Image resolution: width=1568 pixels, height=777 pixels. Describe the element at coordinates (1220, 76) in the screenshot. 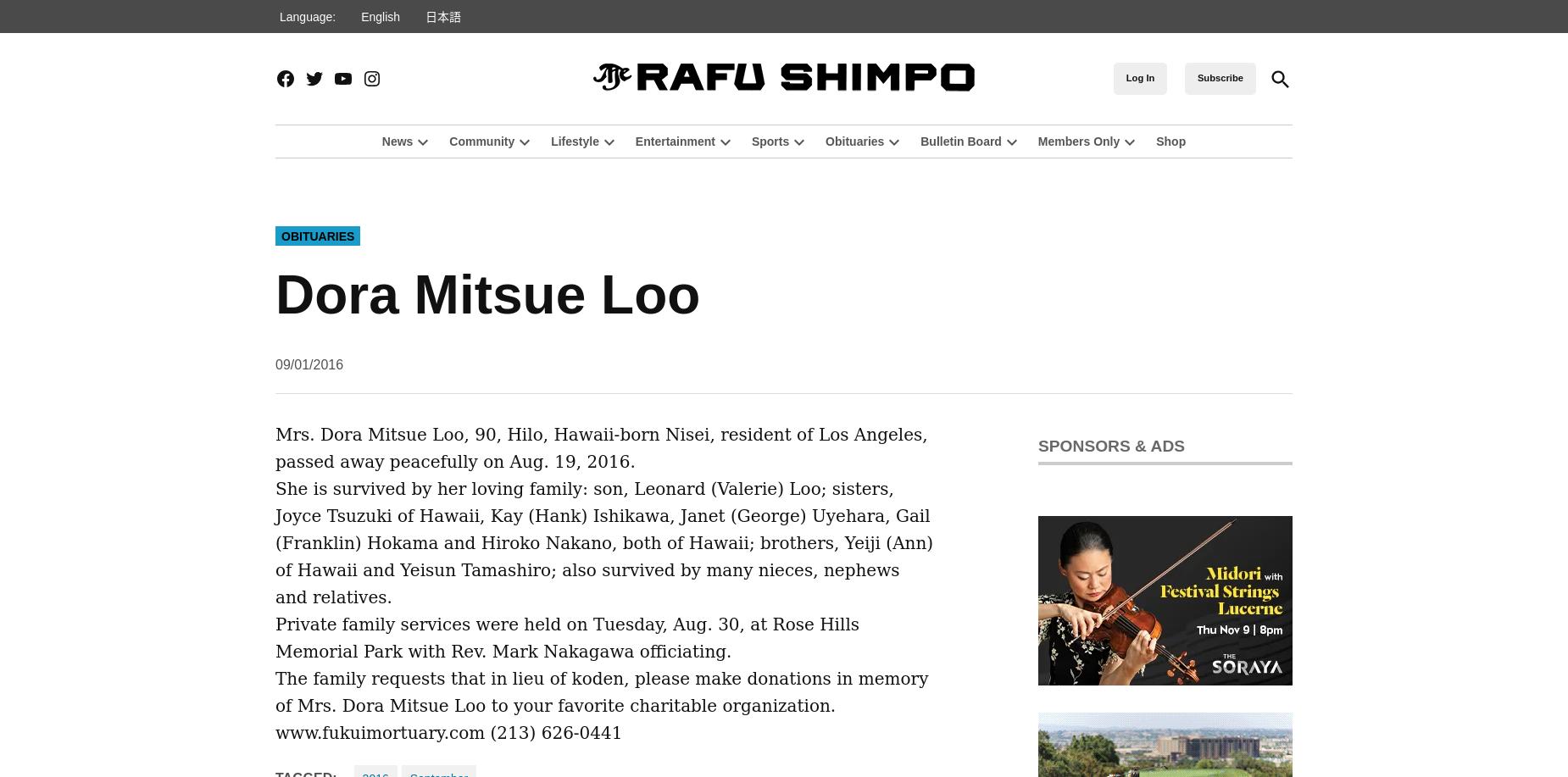

I see `'Subscribe'` at that location.